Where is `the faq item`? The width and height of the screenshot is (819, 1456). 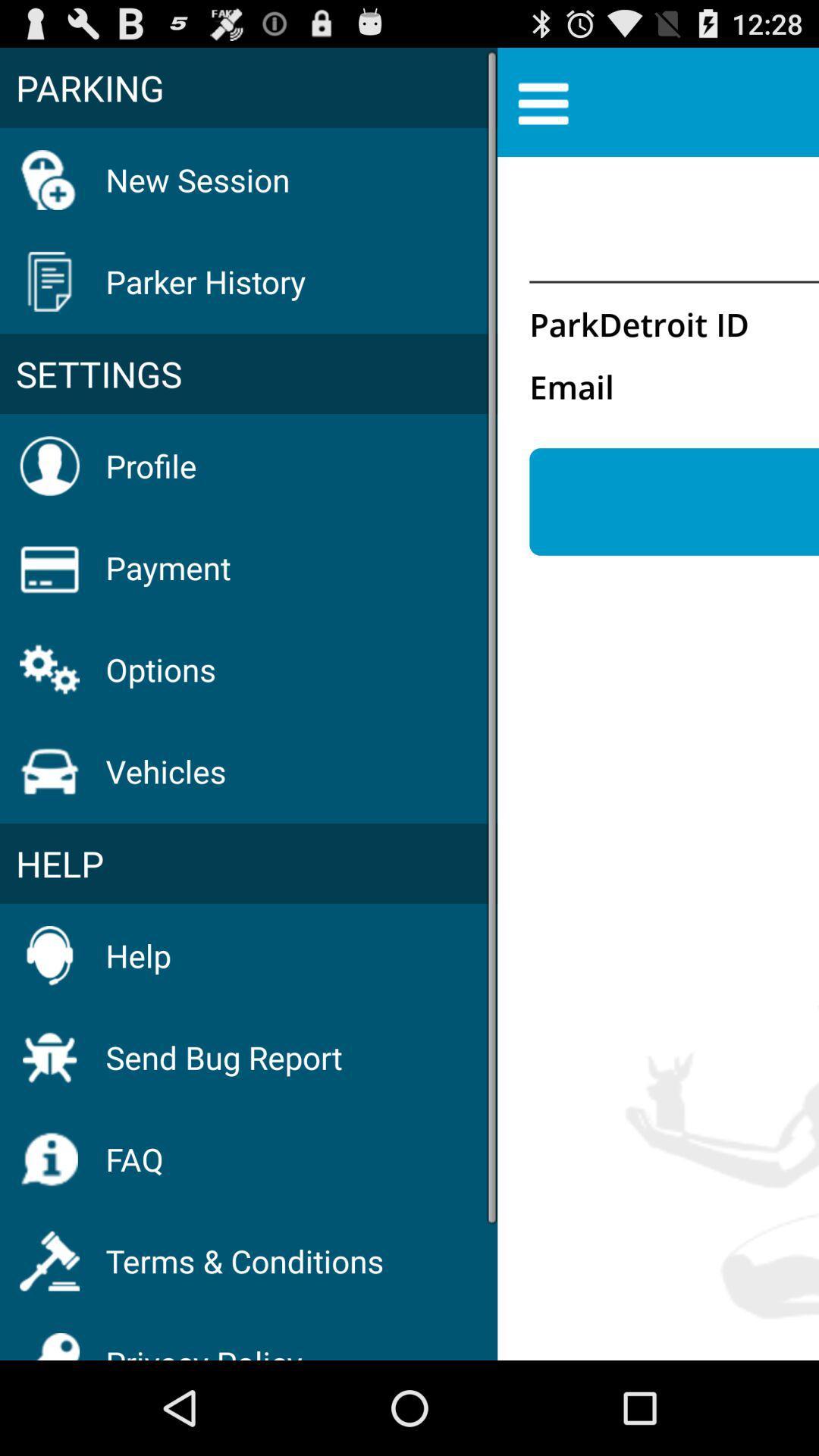 the faq item is located at coordinates (133, 1158).